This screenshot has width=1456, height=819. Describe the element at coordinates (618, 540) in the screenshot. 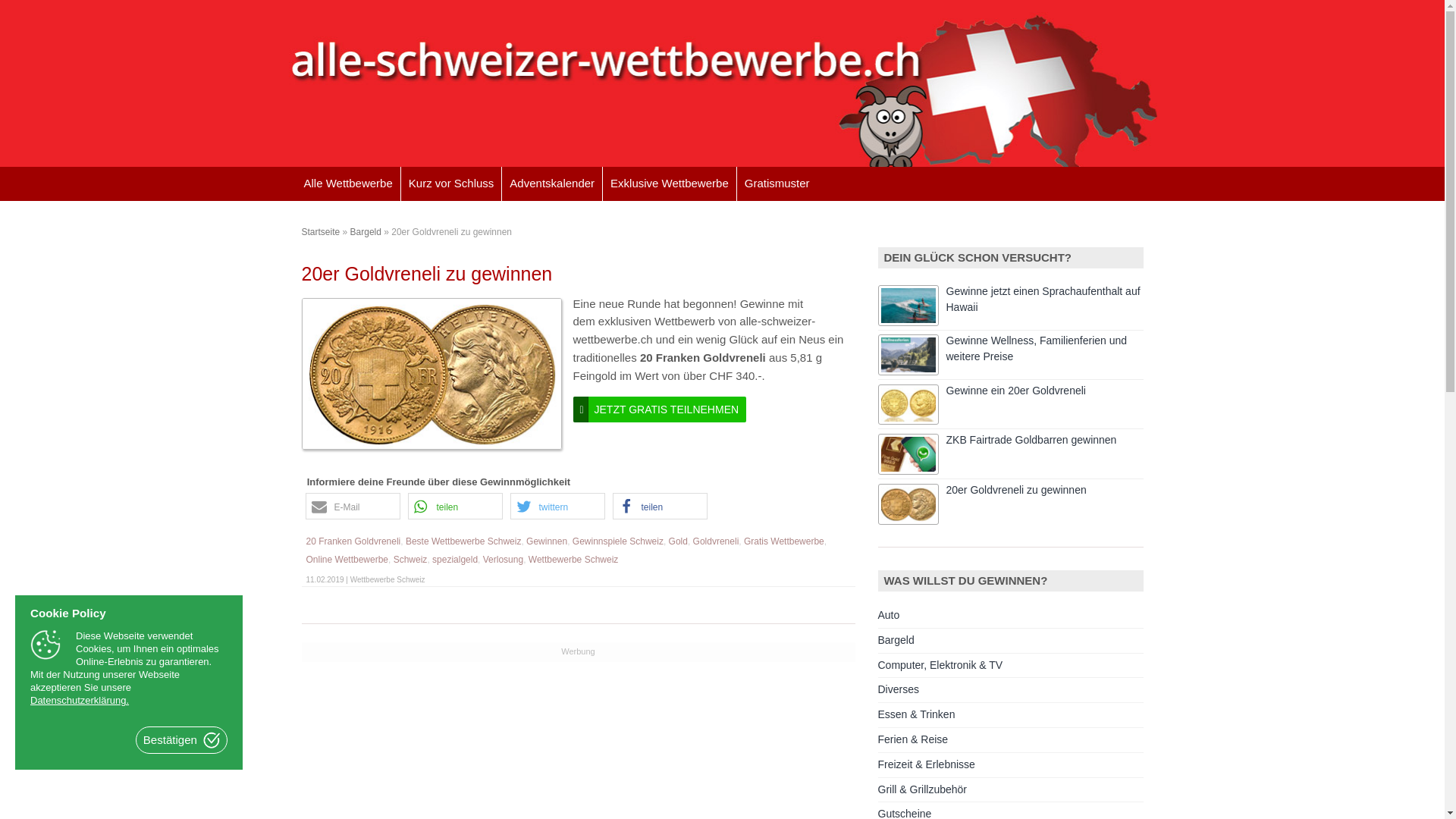

I see `'Gewinnspiele Schweiz'` at that location.